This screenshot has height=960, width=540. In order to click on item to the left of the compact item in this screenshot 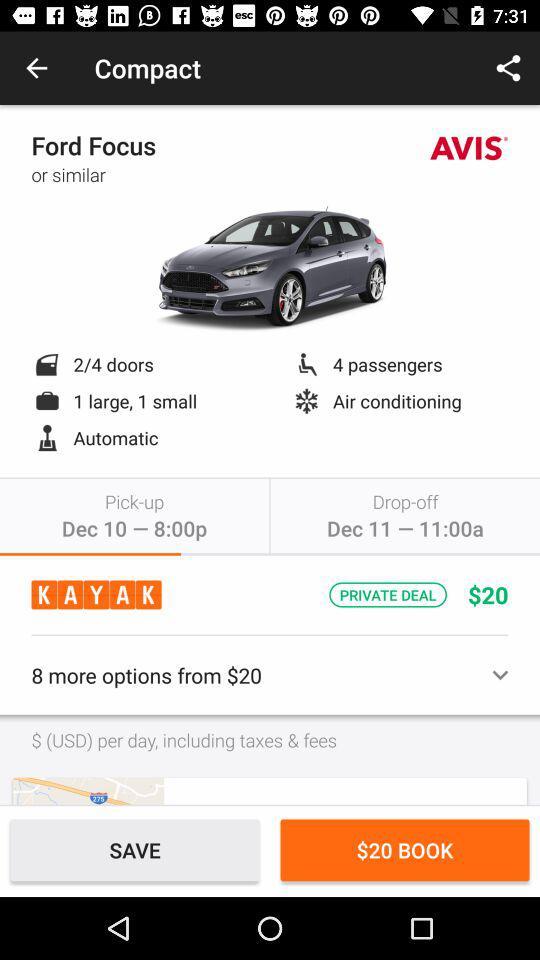, I will do `click(36, 68)`.